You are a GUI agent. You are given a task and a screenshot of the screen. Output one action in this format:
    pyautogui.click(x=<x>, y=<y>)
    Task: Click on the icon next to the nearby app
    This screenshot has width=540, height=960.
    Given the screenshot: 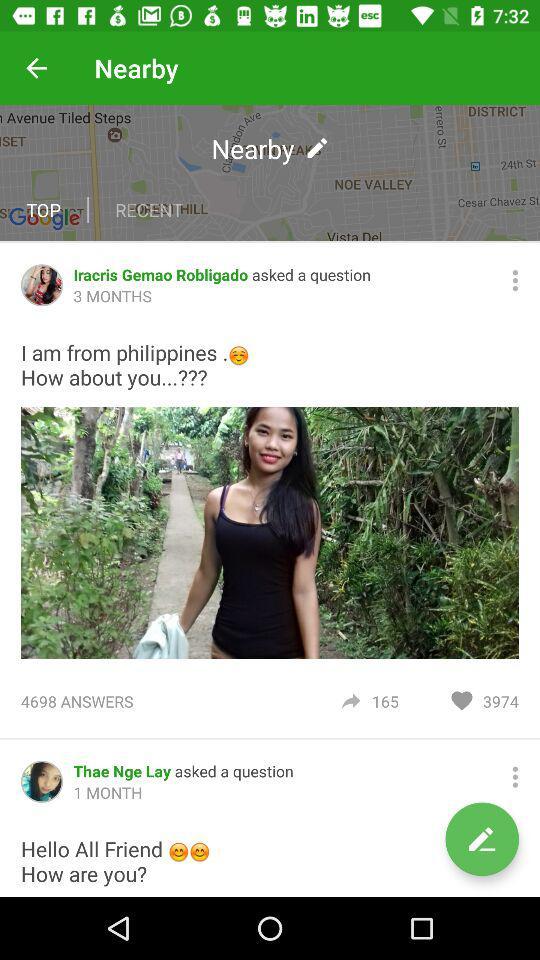 What is the action you would take?
    pyautogui.click(x=36, y=68)
    